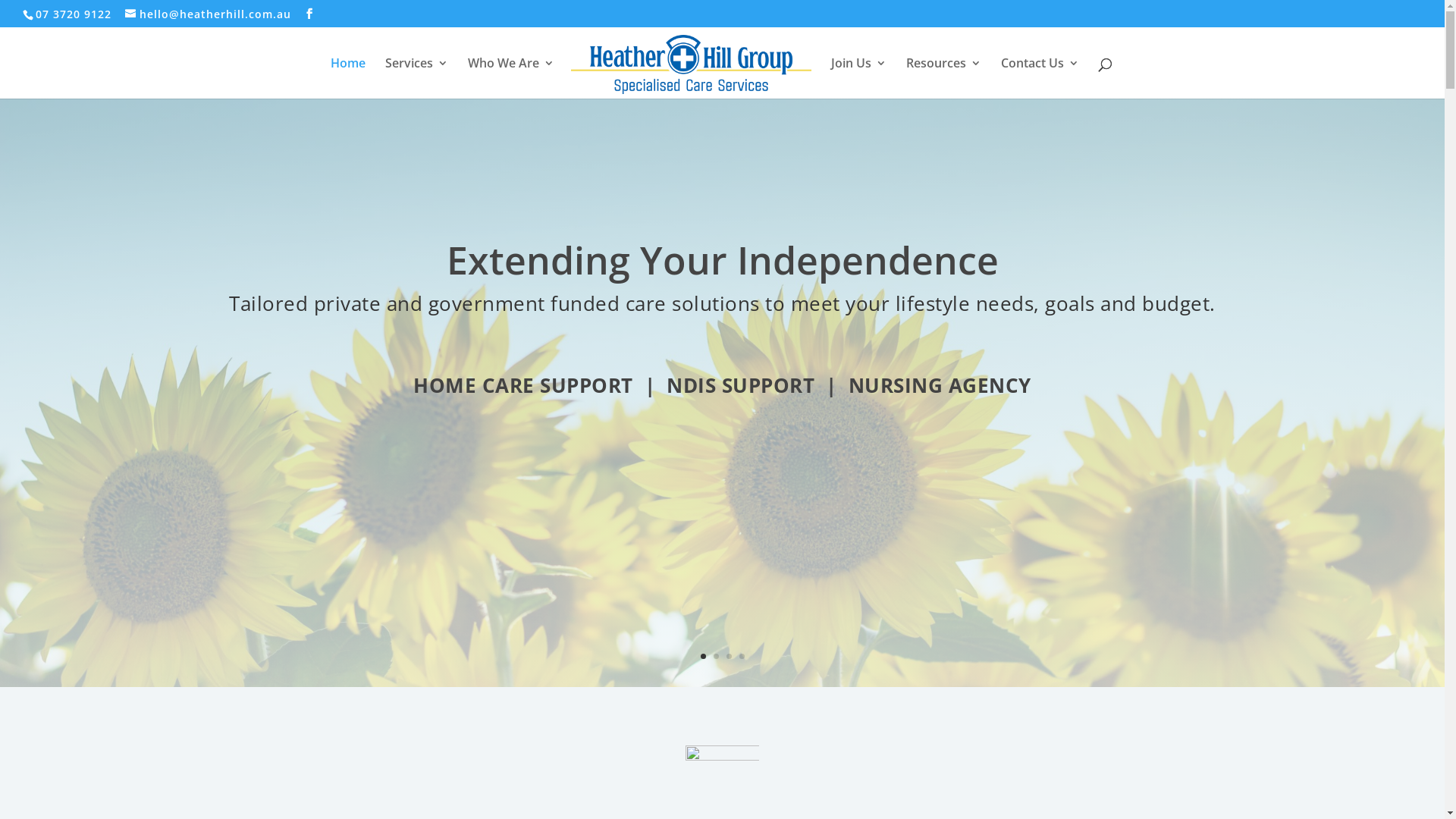 The image size is (1456, 819). Describe the element at coordinates (523, 384) in the screenshot. I see `'HOME CARE SUPPORT'` at that location.